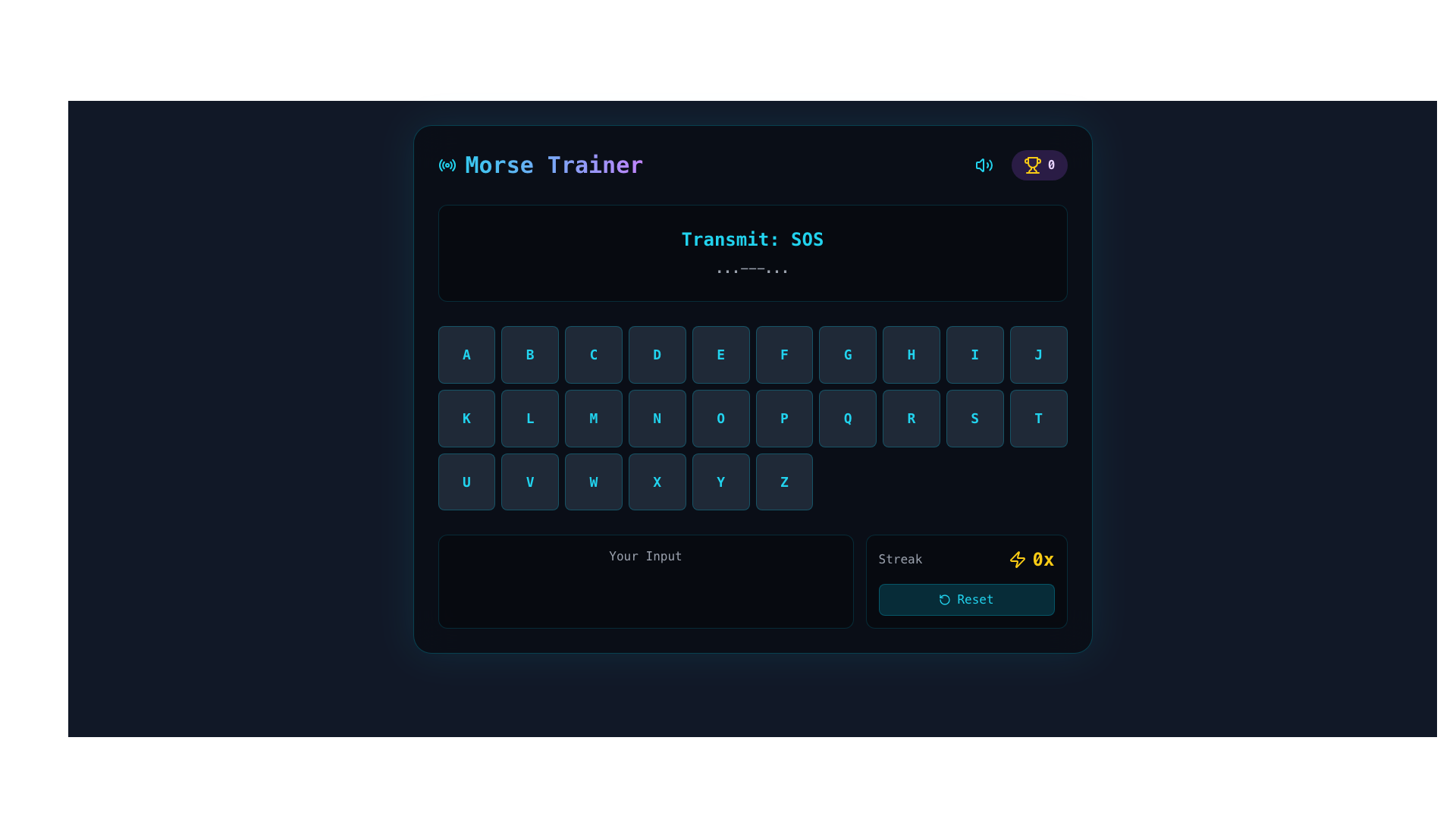  Describe the element at coordinates (752, 239) in the screenshot. I see `displayed text from the text label showing 'Transmit: SOS', which is a bold and large cyan-blue font located above the Morse code symbols` at that location.